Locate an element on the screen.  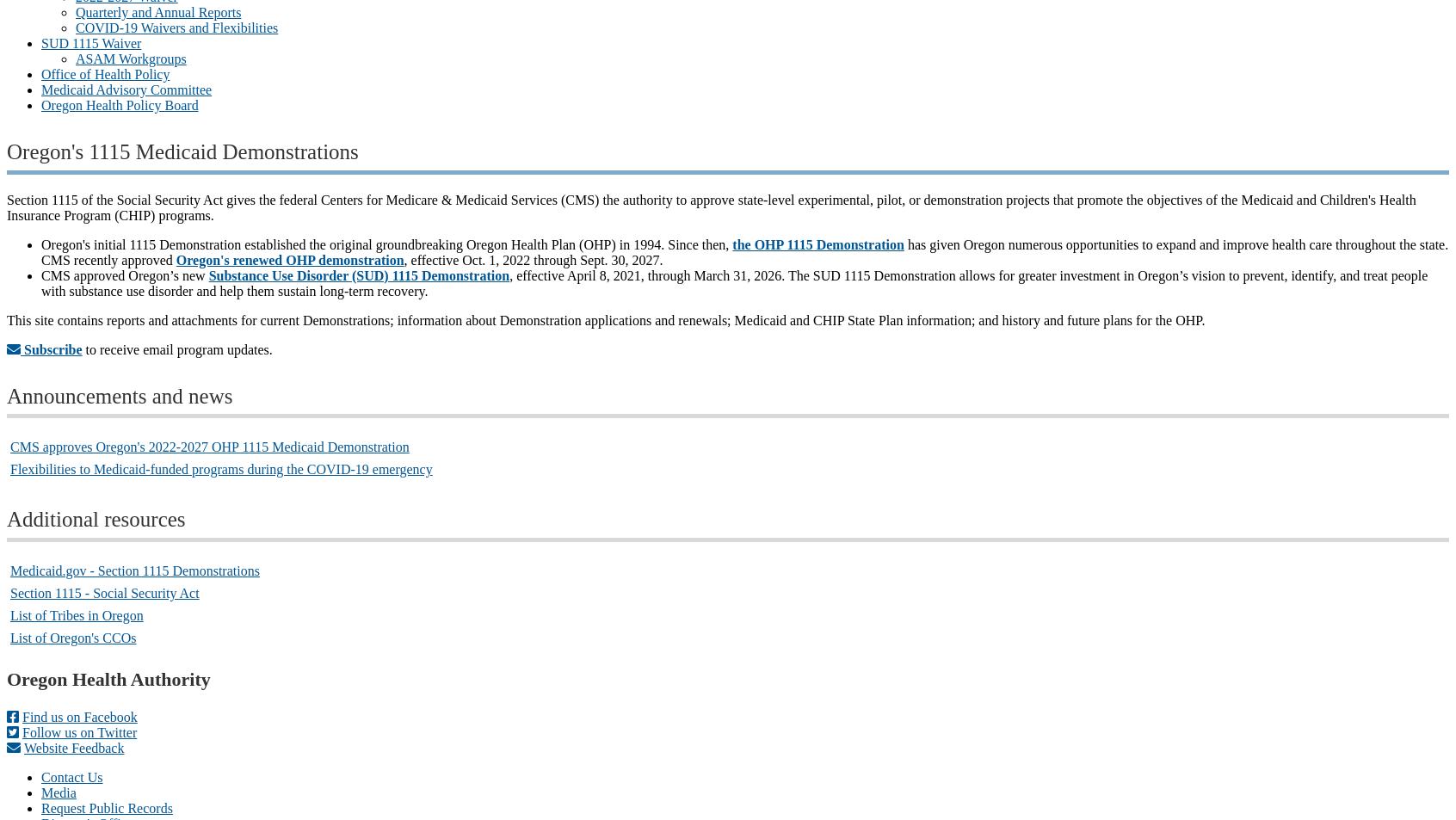
'Request Public Records' is located at coordinates (107, 807).